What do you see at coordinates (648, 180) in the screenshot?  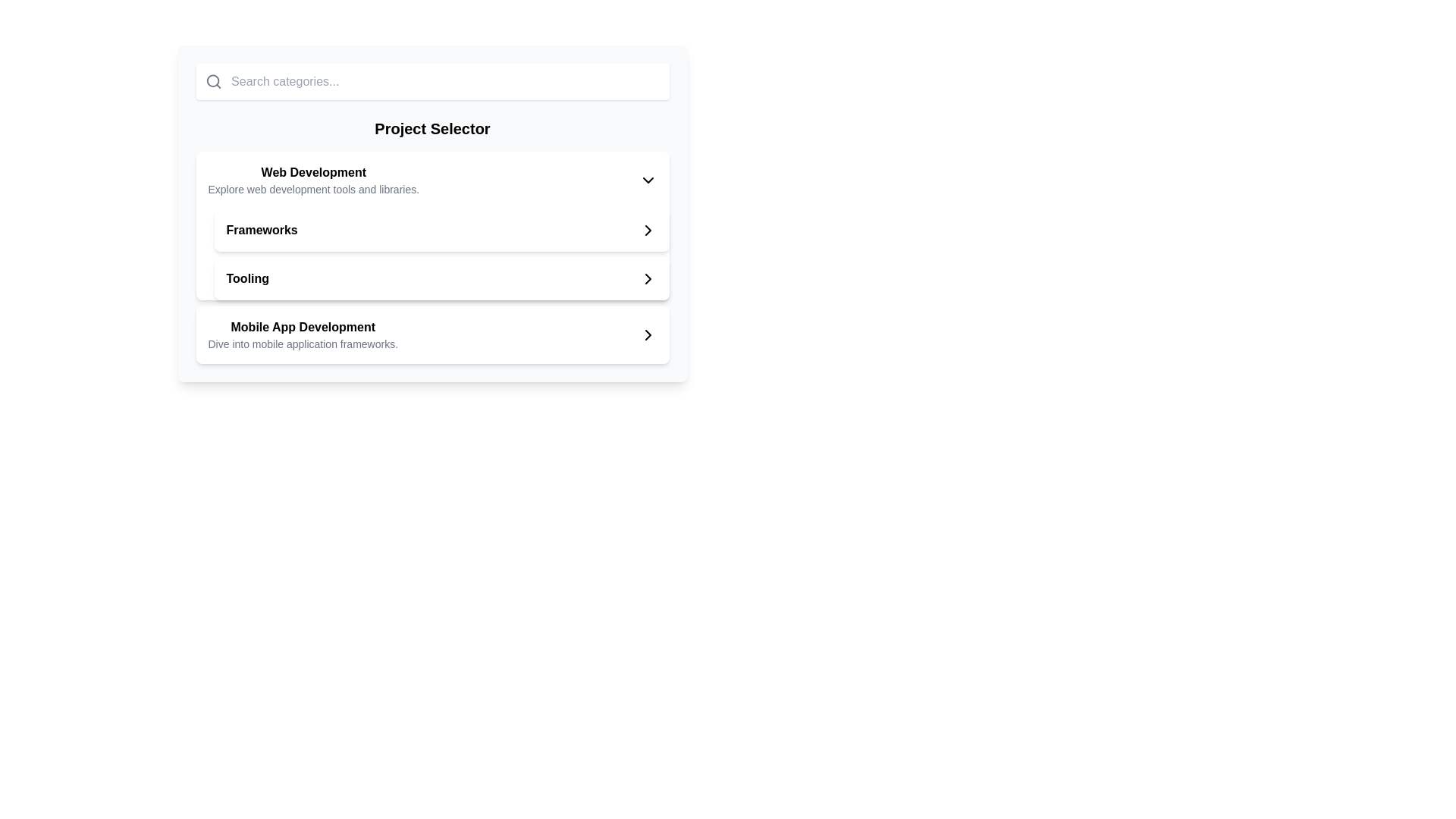 I see `the Chevron Down icon` at bounding box center [648, 180].